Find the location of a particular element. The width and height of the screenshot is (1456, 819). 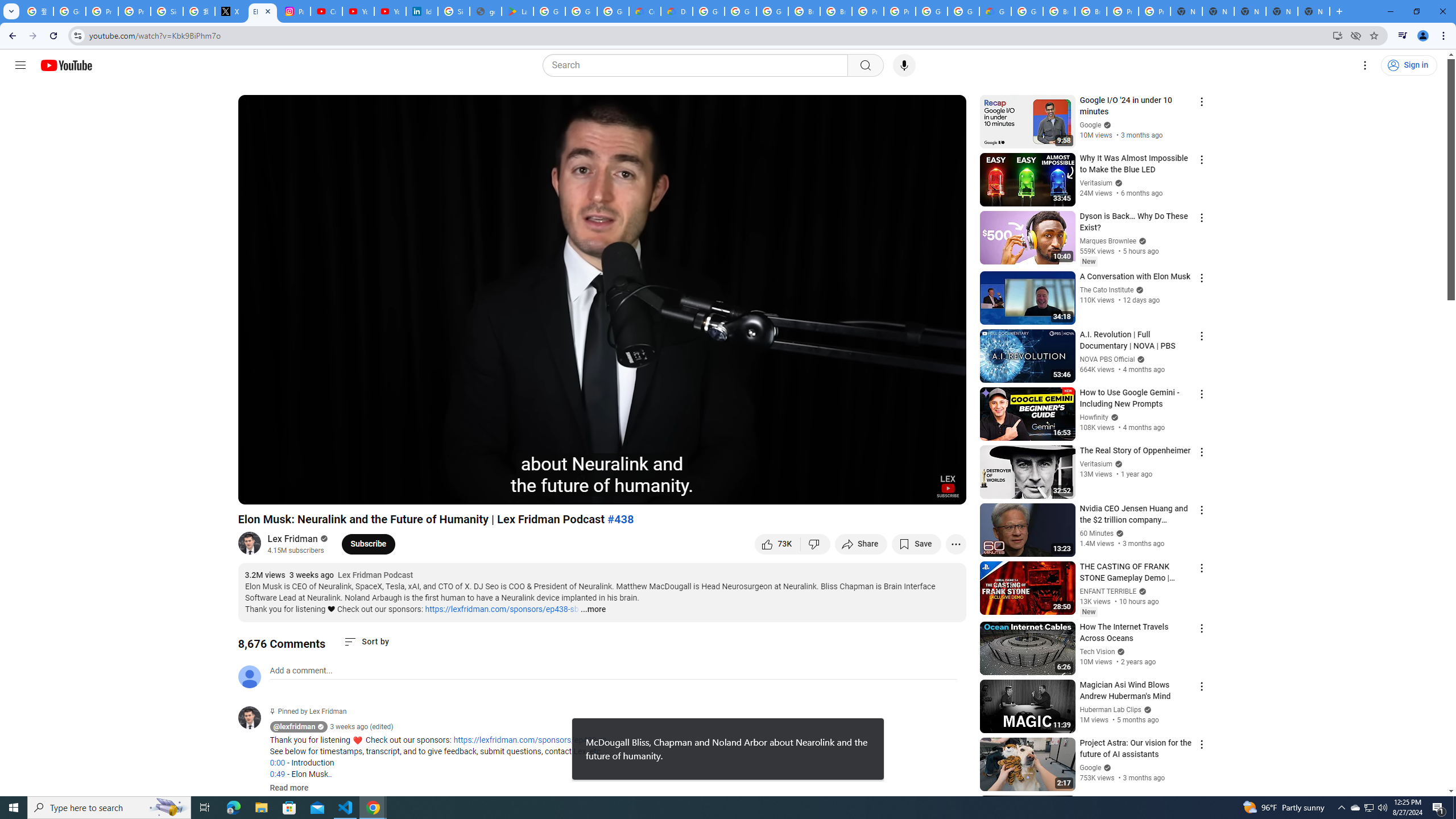

'Google Cloud Estimate Summary' is located at coordinates (994, 11).